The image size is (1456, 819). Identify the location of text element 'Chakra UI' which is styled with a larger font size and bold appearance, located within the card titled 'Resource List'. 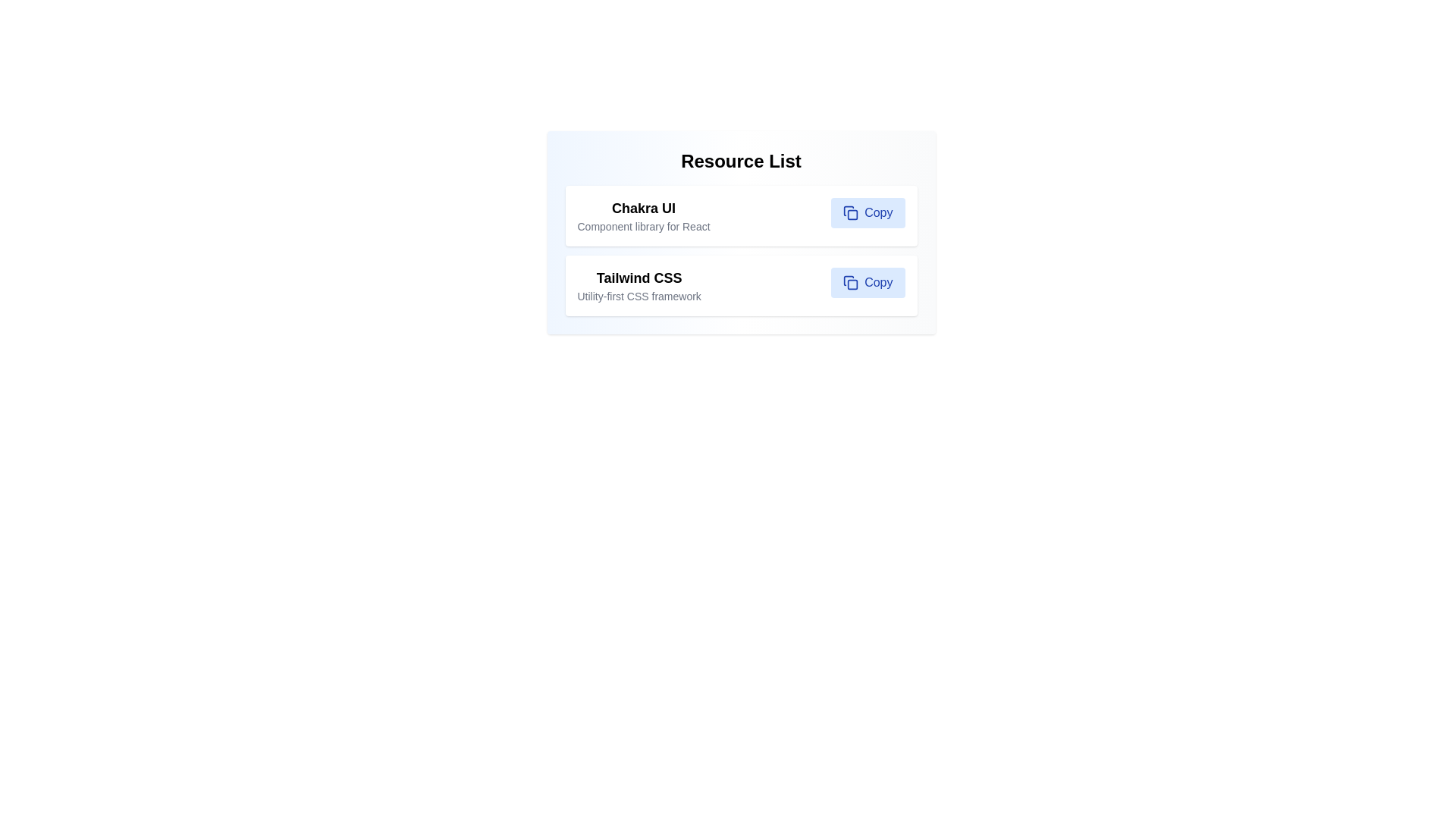
(644, 208).